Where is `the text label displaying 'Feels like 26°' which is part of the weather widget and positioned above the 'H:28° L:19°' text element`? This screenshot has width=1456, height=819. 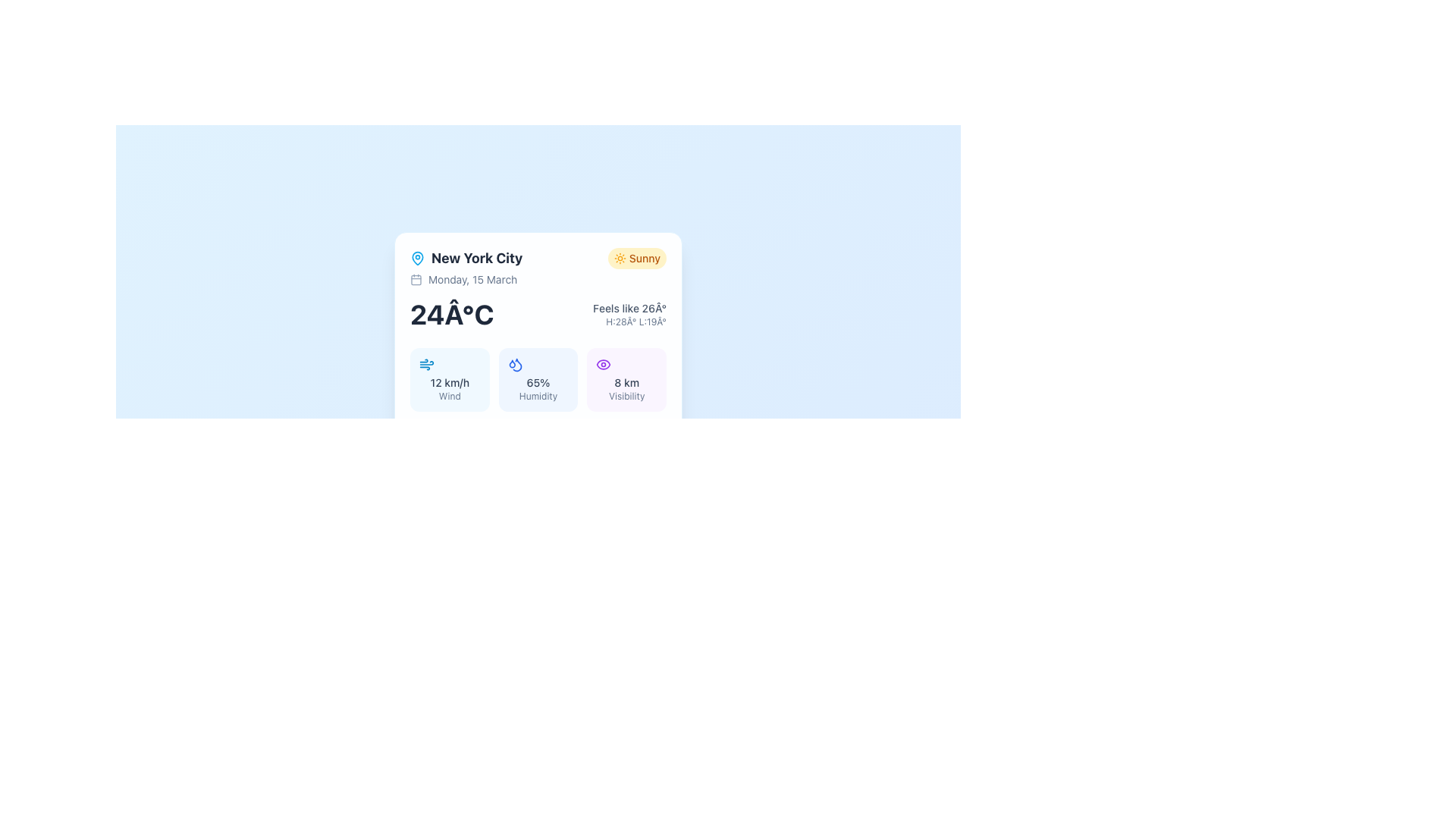 the text label displaying 'Feels like 26°' which is part of the weather widget and positioned above the 'H:28° L:19°' text element is located at coordinates (629, 308).